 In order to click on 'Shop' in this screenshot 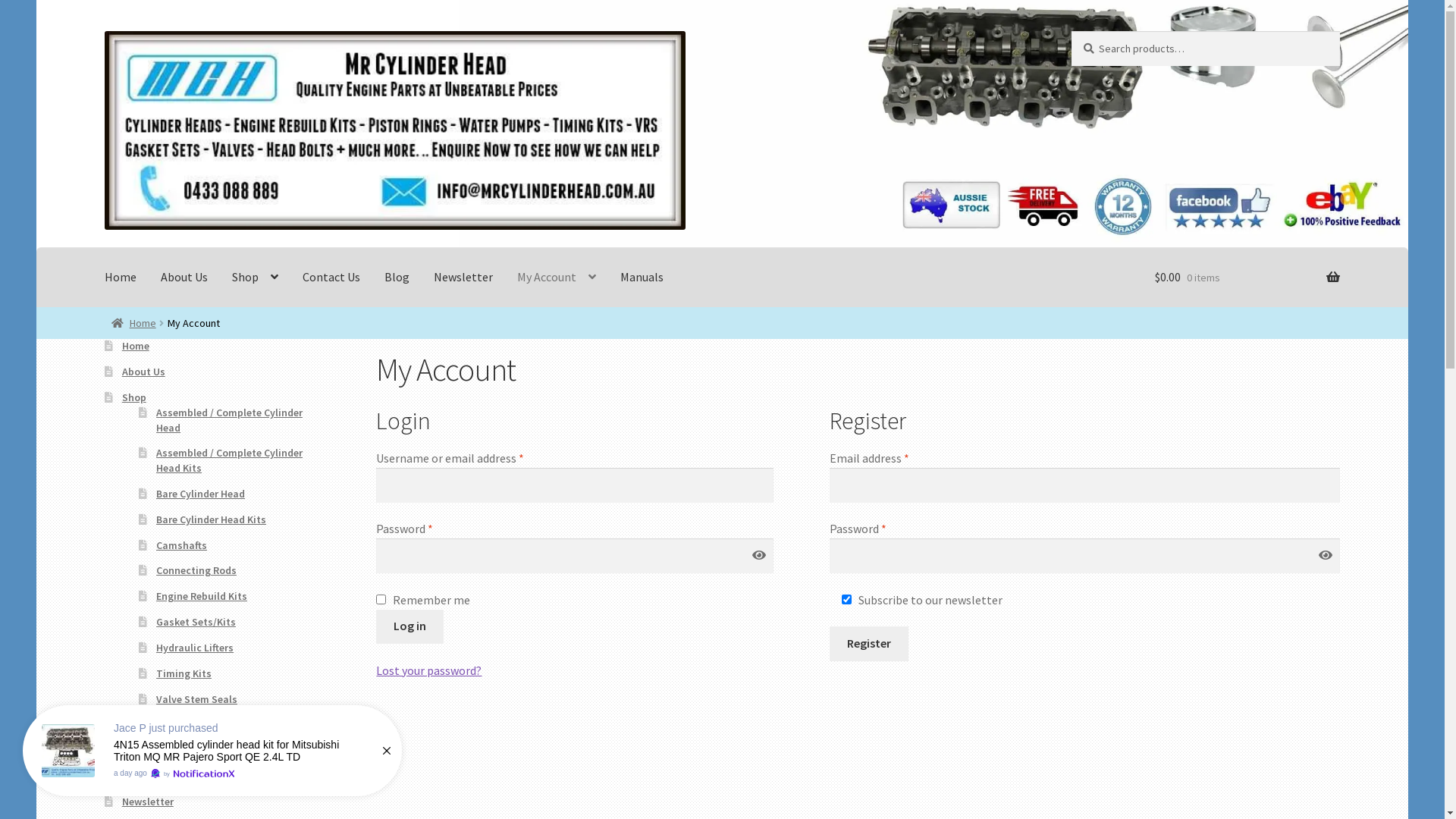, I will do `click(122, 397)`.